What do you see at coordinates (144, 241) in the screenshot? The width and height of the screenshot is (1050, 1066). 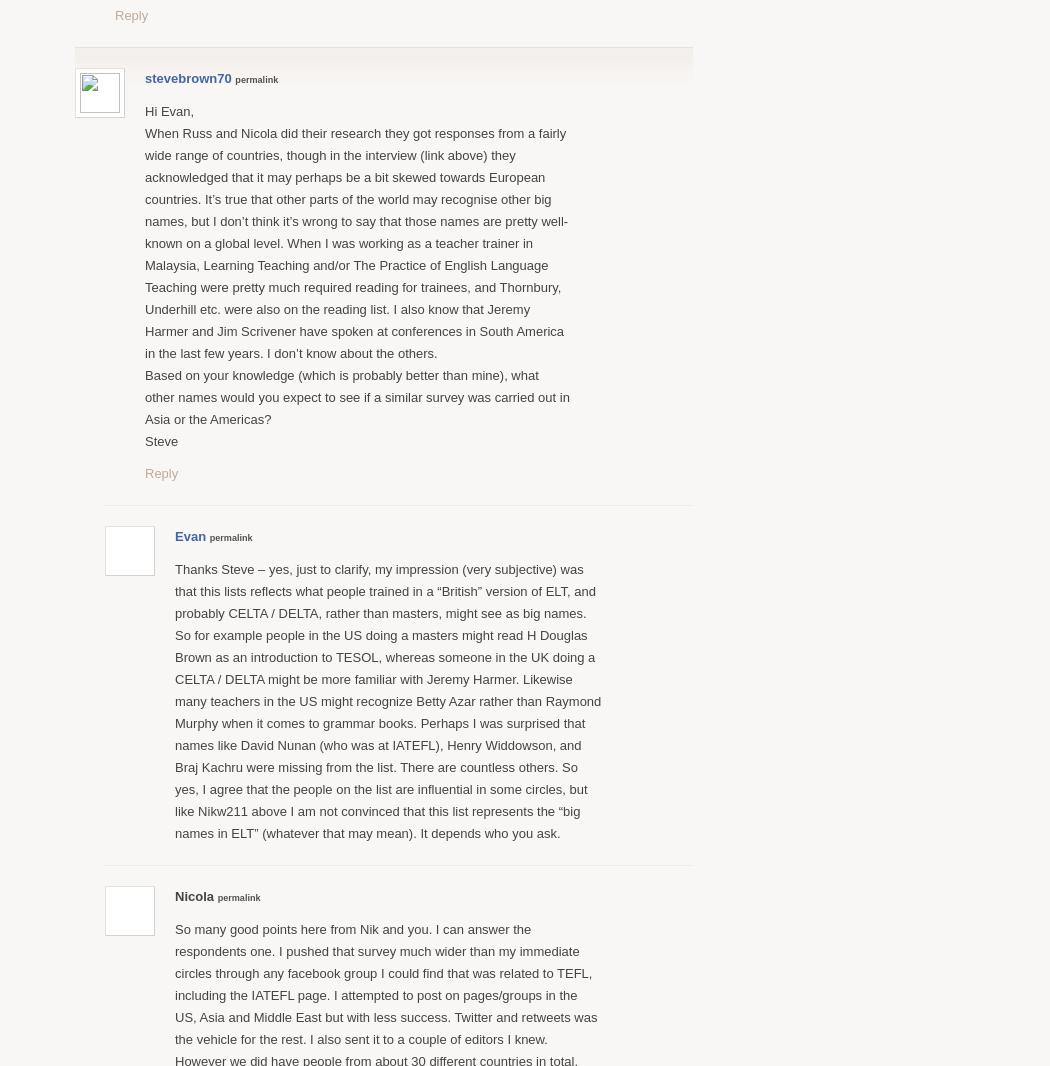 I see `'When Russ and Nicola did their research they got responses from a fairly wide range of countries, though in the interview (link above) they acknowledged that it may perhaps be a bit skewed towards European countries. It’s true that other parts of the world may recognise other big names, but I don’t think it’s wrong to say that those names are pretty well-known on a global level. When I was working as a teacher trainer in Malaysia, Learning Teaching and/or The Practice of English Language Teaching were pretty much required reading for trainees, and Thornbury, Underhill etc. were also on the reading list. I also know that Jeremy Harmer and Jim Scrivener have spoken at conferences in South America in the last few years. I don’t know about the others.'` at bounding box center [144, 241].